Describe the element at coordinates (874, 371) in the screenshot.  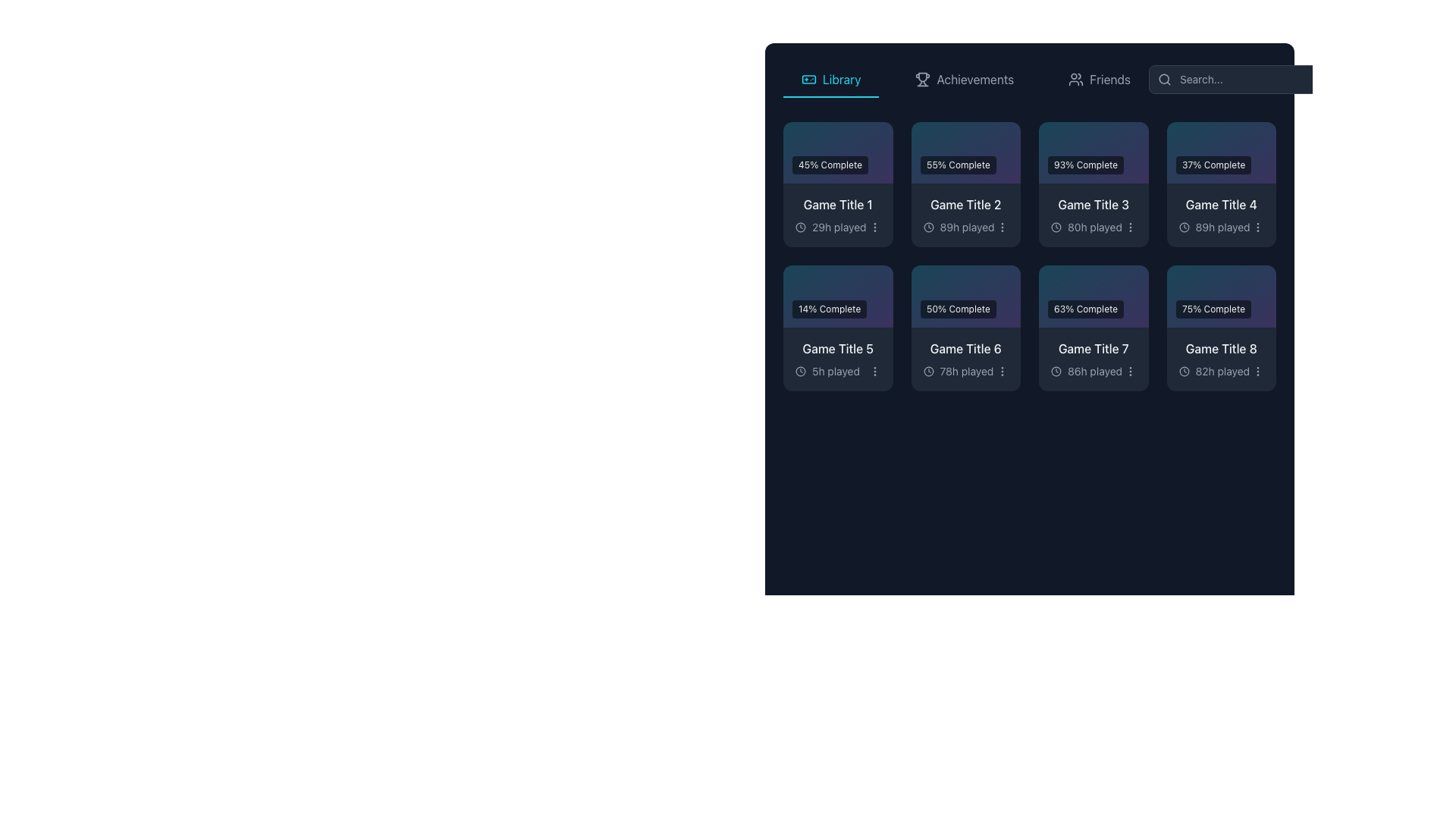
I see `the Vertical ellipsis icon, which is located at the far-right of the '5h played' label in the game card labeled 'Game Title 5'` at that location.